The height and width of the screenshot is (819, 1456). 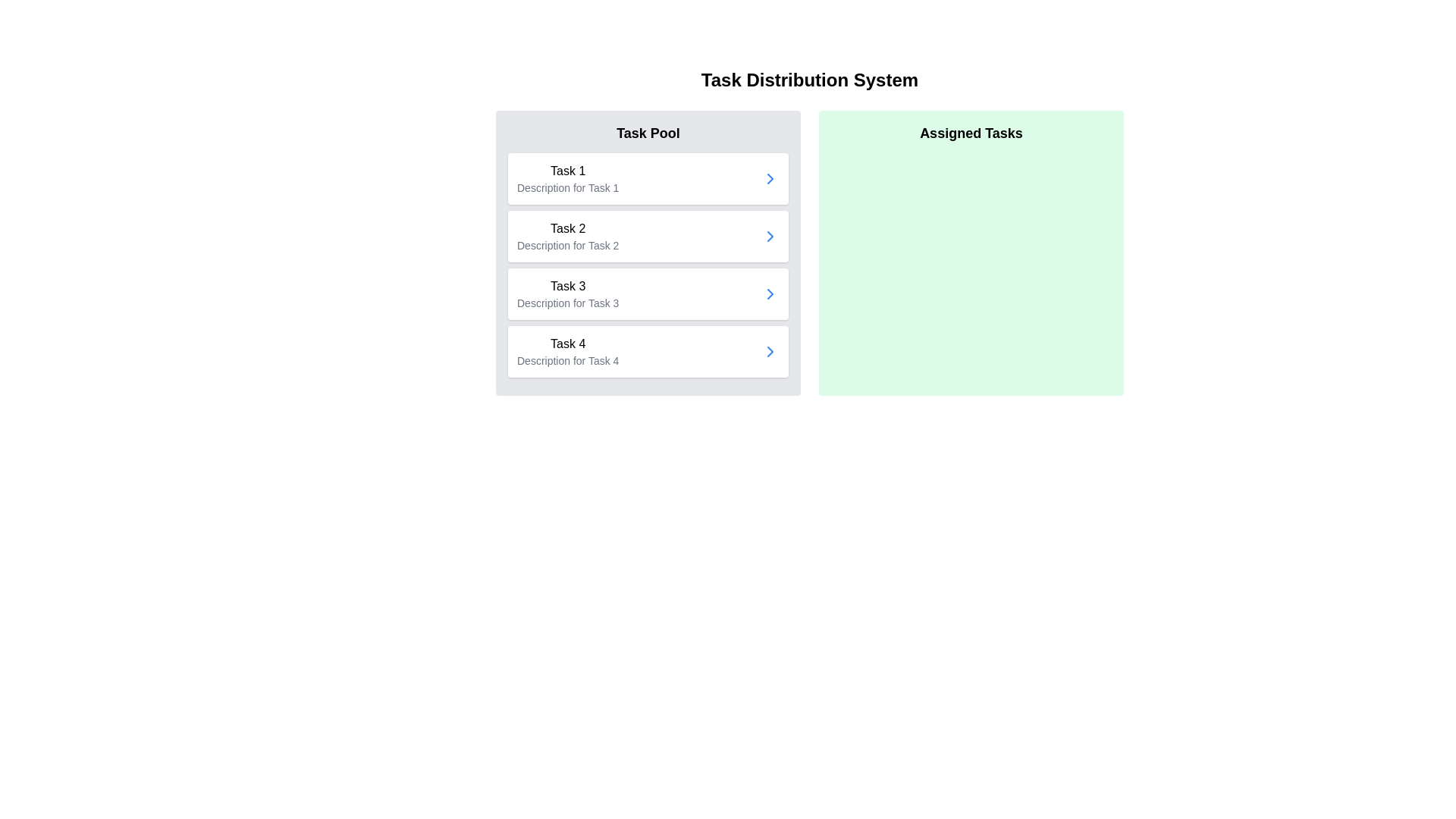 What do you see at coordinates (567, 303) in the screenshot?
I see `the textual label reading 'Description for Task 3' located beneath the heading 'Task 3' in the 'Task Pool' section` at bounding box center [567, 303].